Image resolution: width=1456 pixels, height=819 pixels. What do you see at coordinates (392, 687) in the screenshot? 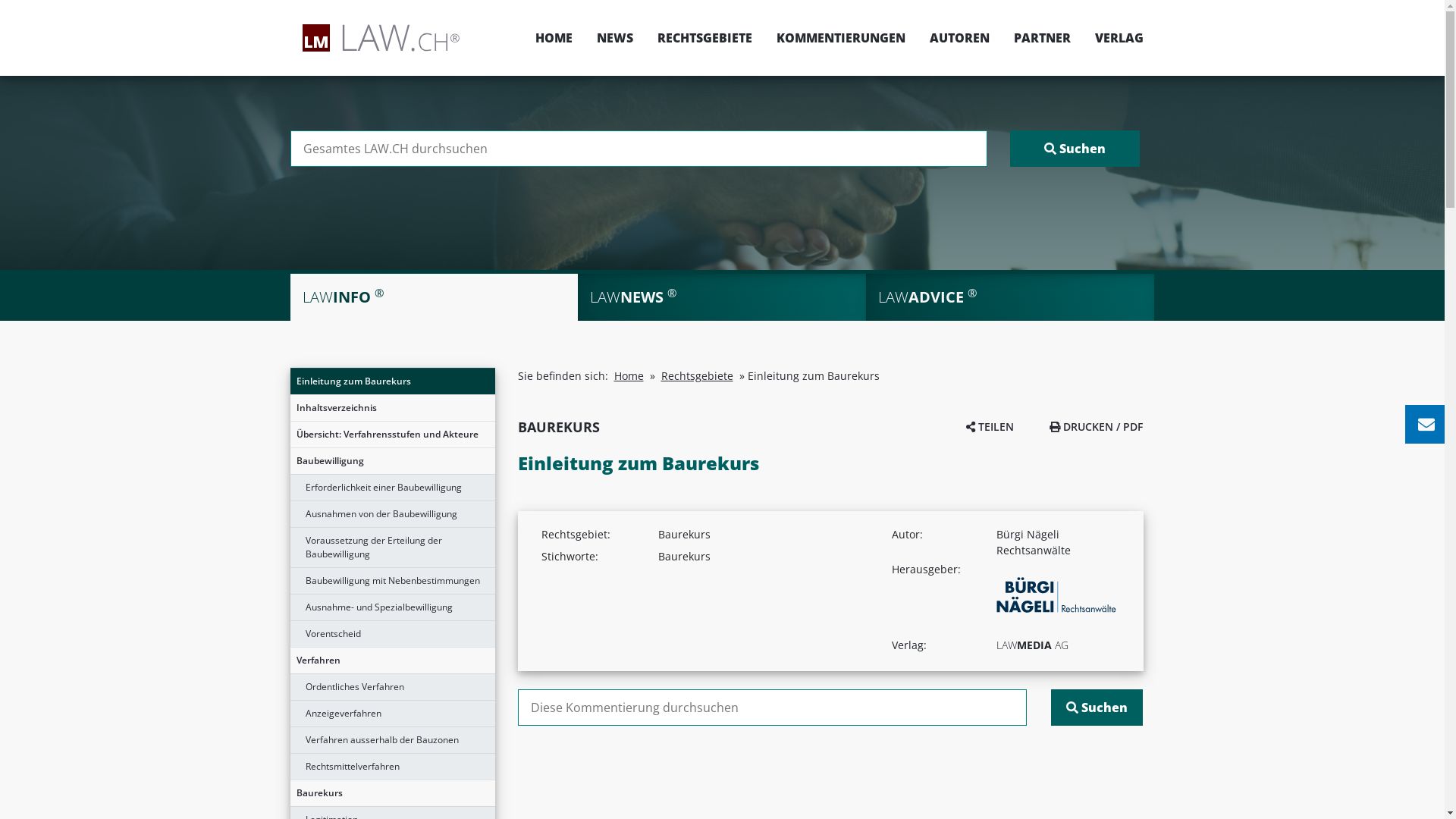
I see `'Ordentliches Verfahren'` at bounding box center [392, 687].